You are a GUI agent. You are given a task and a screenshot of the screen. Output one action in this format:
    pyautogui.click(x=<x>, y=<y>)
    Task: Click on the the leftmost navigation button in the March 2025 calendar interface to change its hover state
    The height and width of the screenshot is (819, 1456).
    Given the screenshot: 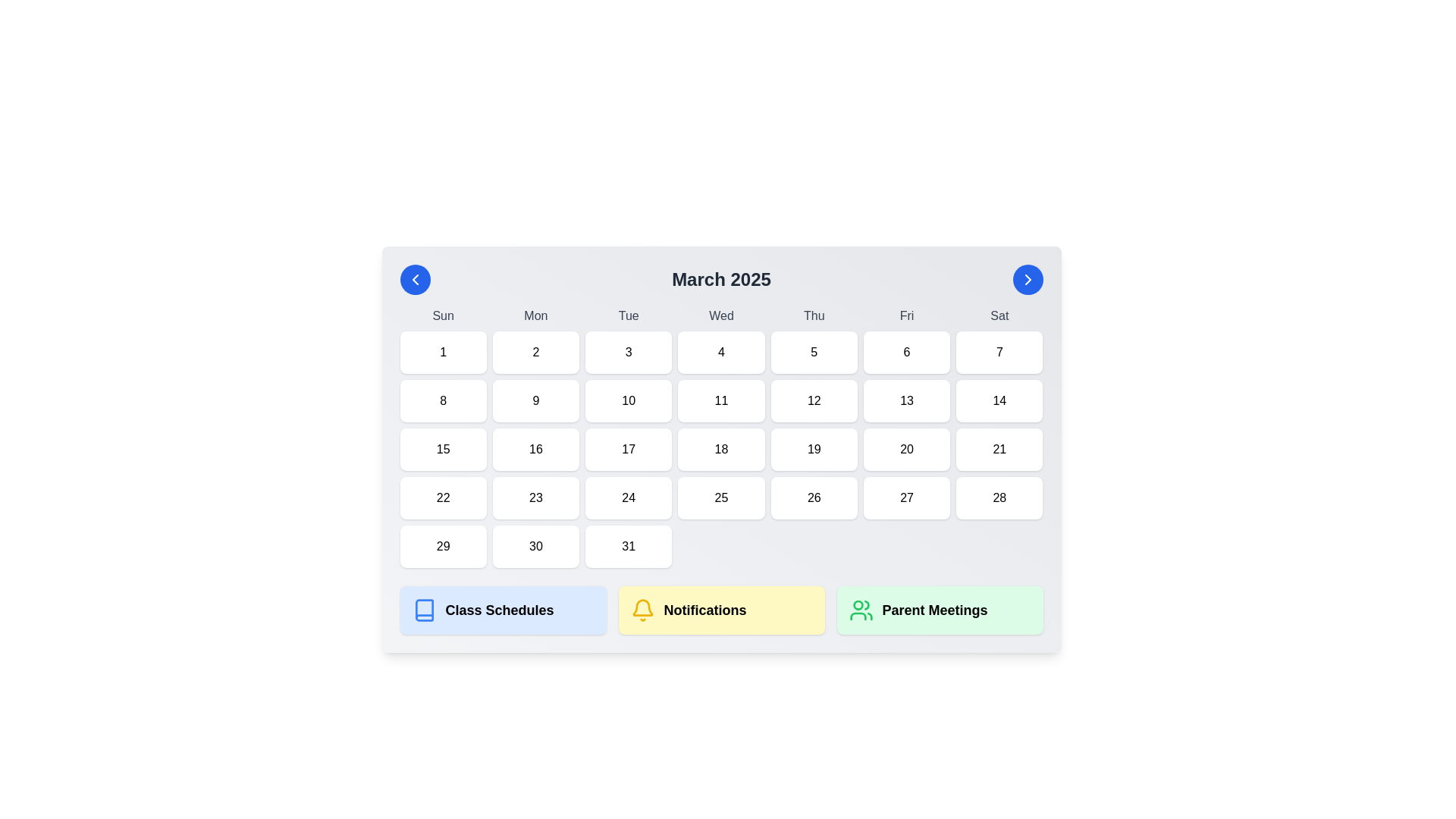 What is the action you would take?
    pyautogui.click(x=415, y=280)
    